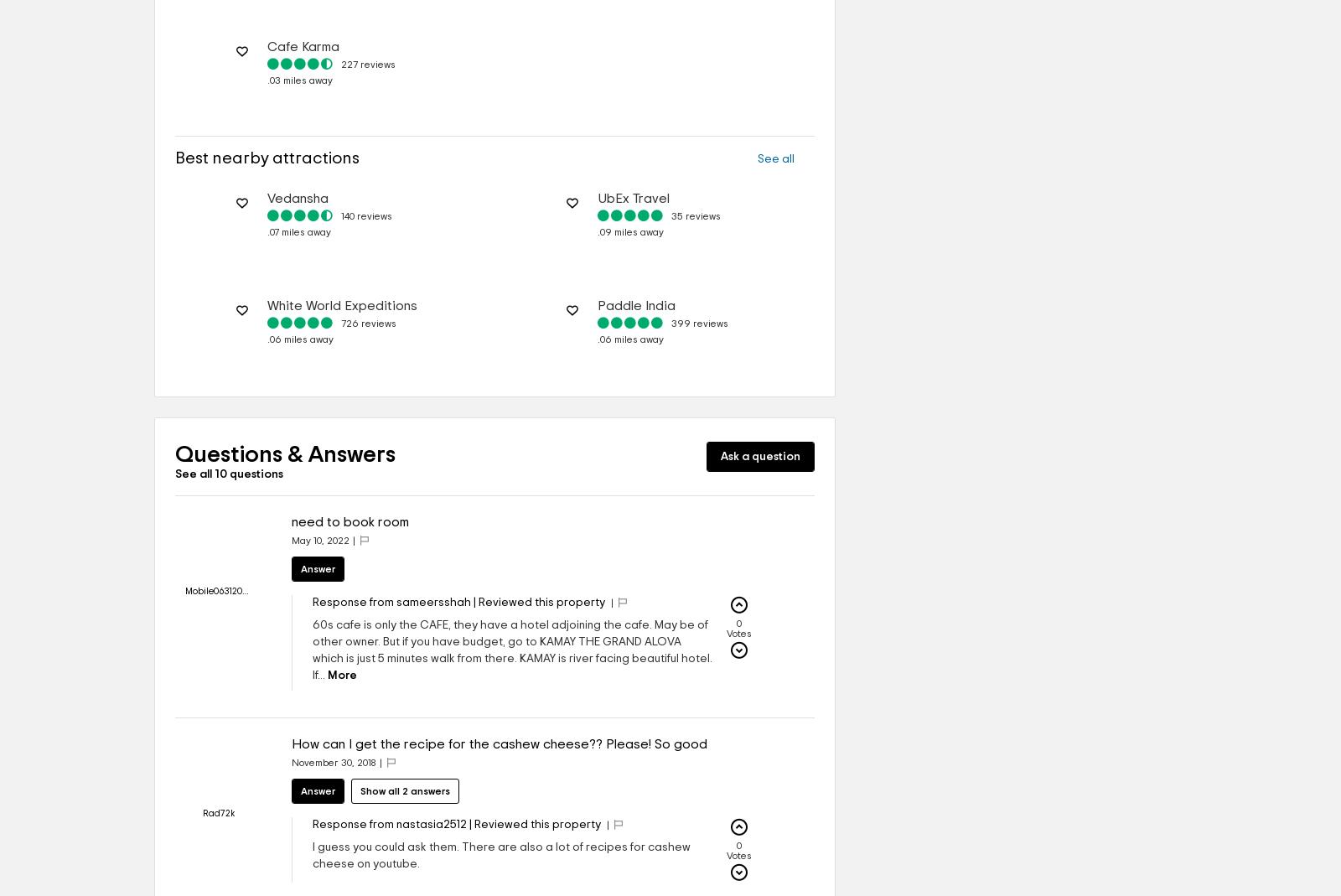 The image size is (1341, 896). What do you see at coordinates (697, 324) in the screenshot?
I see `'399 reviews'` at bounding box center [697, 324].